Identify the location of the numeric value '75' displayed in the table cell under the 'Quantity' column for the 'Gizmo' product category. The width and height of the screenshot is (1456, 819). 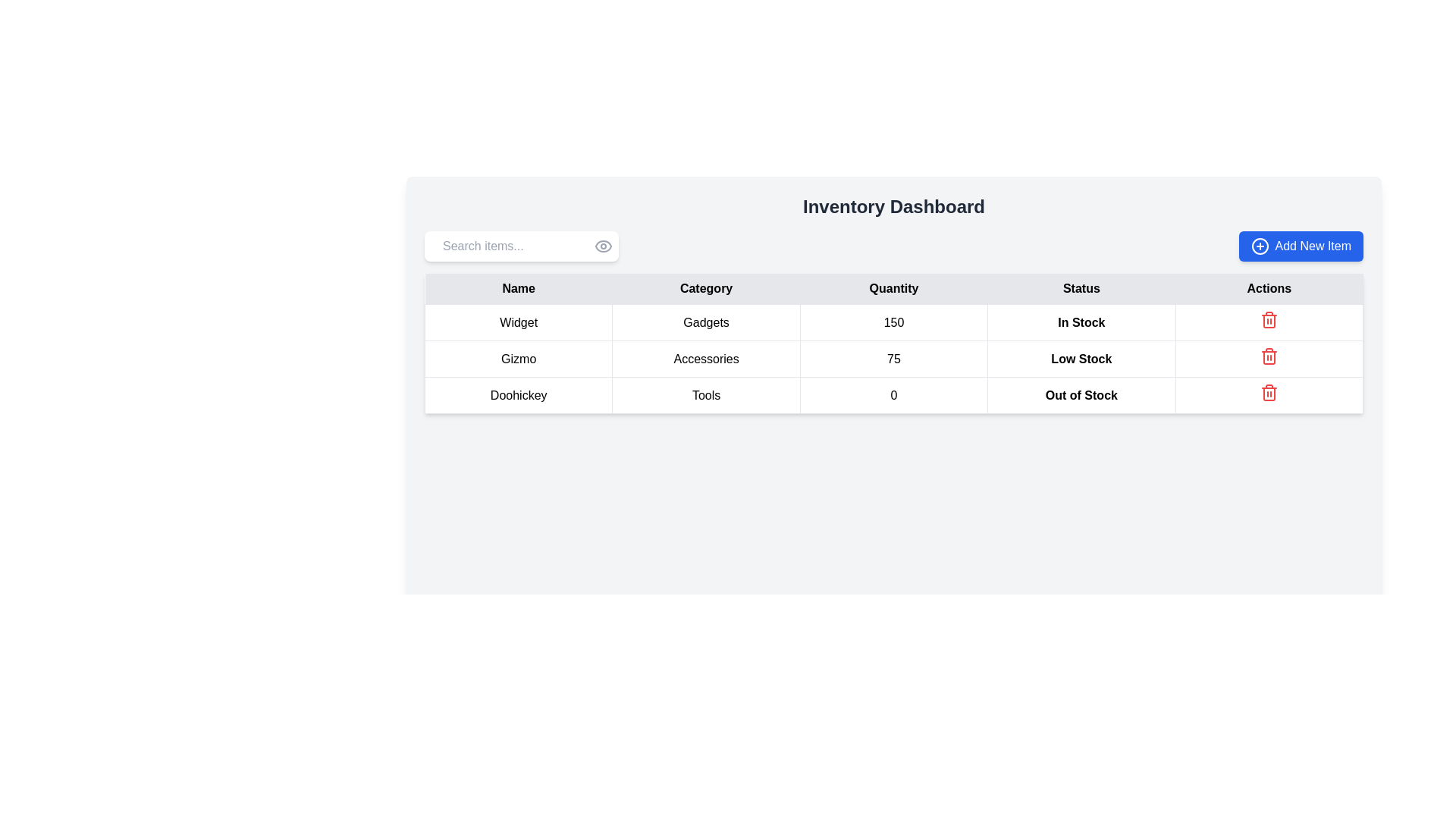
(894, 359).